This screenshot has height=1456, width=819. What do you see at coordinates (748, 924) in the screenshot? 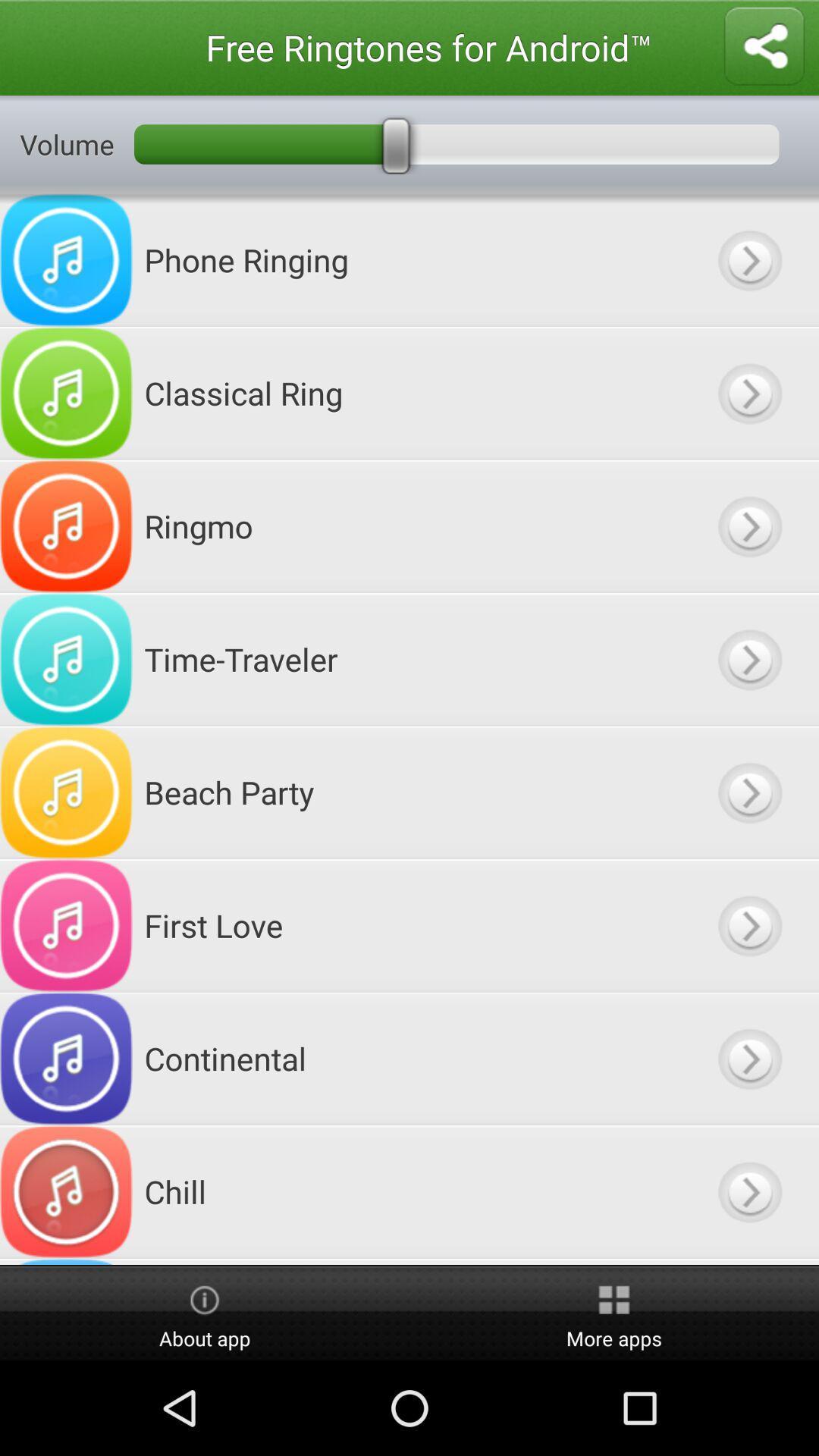
I see `downloads ringtone` at bounding box center [748, 924].